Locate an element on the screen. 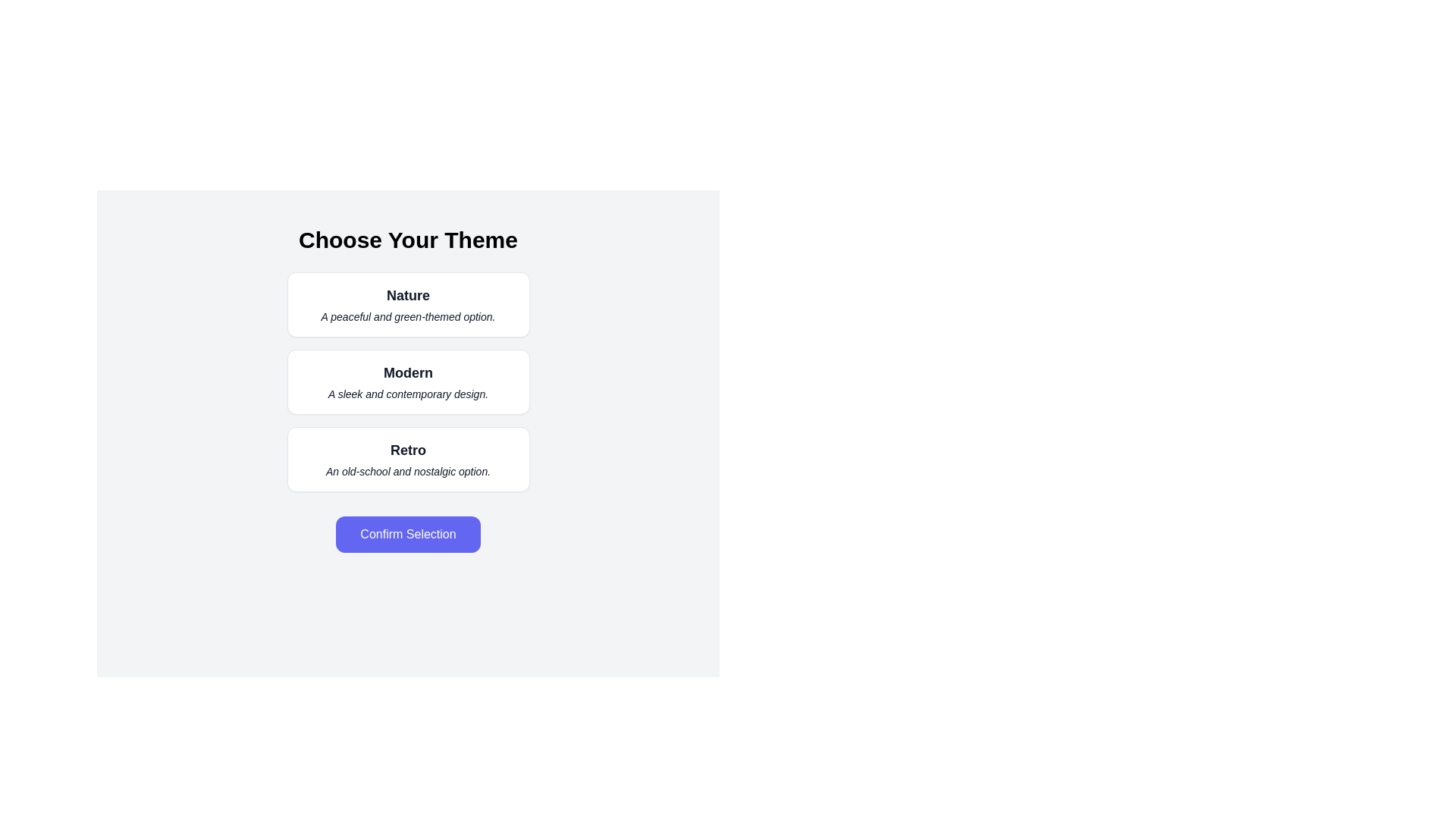  the non-interactive Text Label that describes the theme 'Retro', positioned below the bold text 'Retro' within the 'Retro' card is located at coordinates (408, 470).